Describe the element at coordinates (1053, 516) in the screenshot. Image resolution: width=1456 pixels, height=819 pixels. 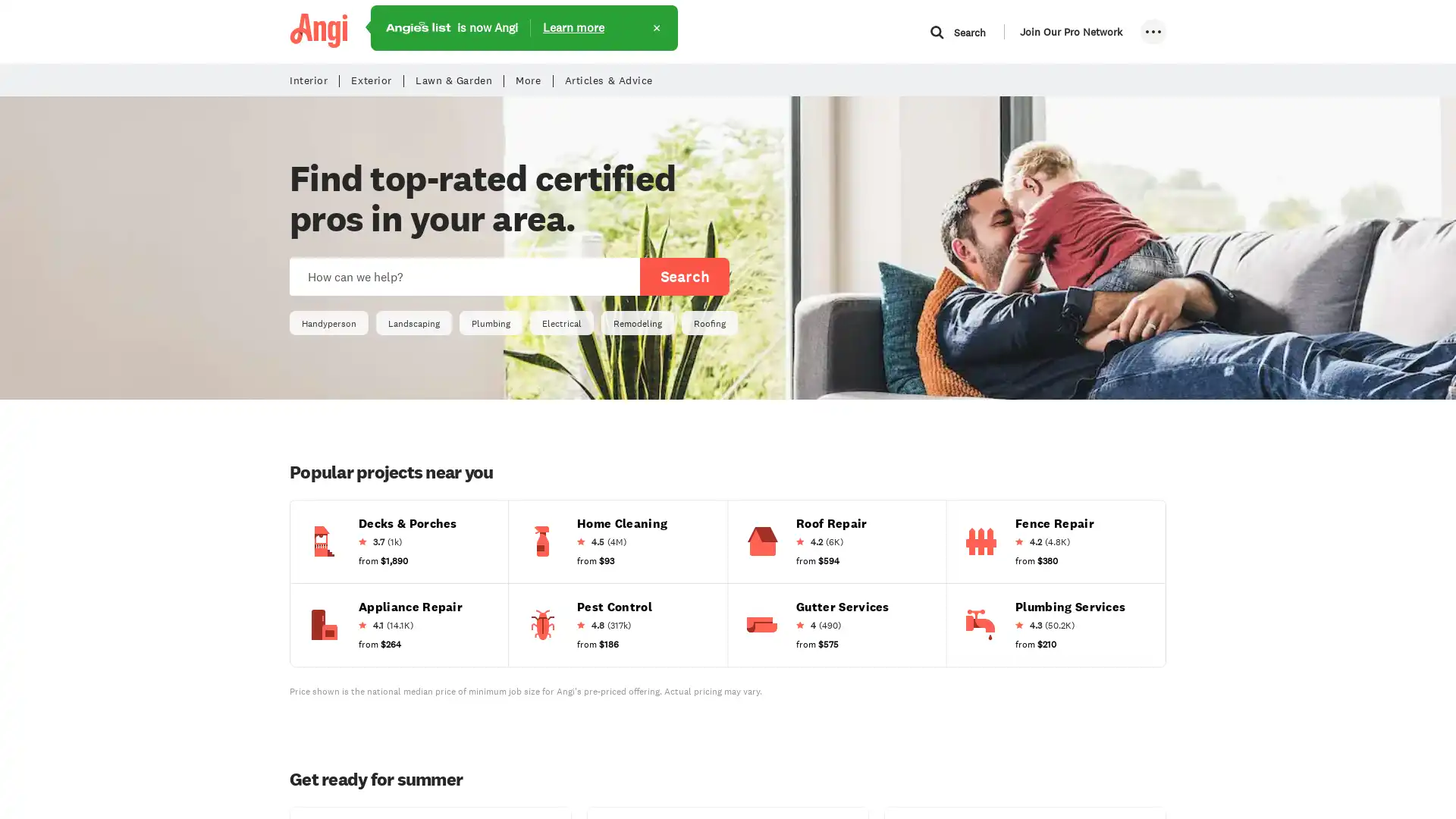
I see `Submit a request for Fence Repairs.` at that location.